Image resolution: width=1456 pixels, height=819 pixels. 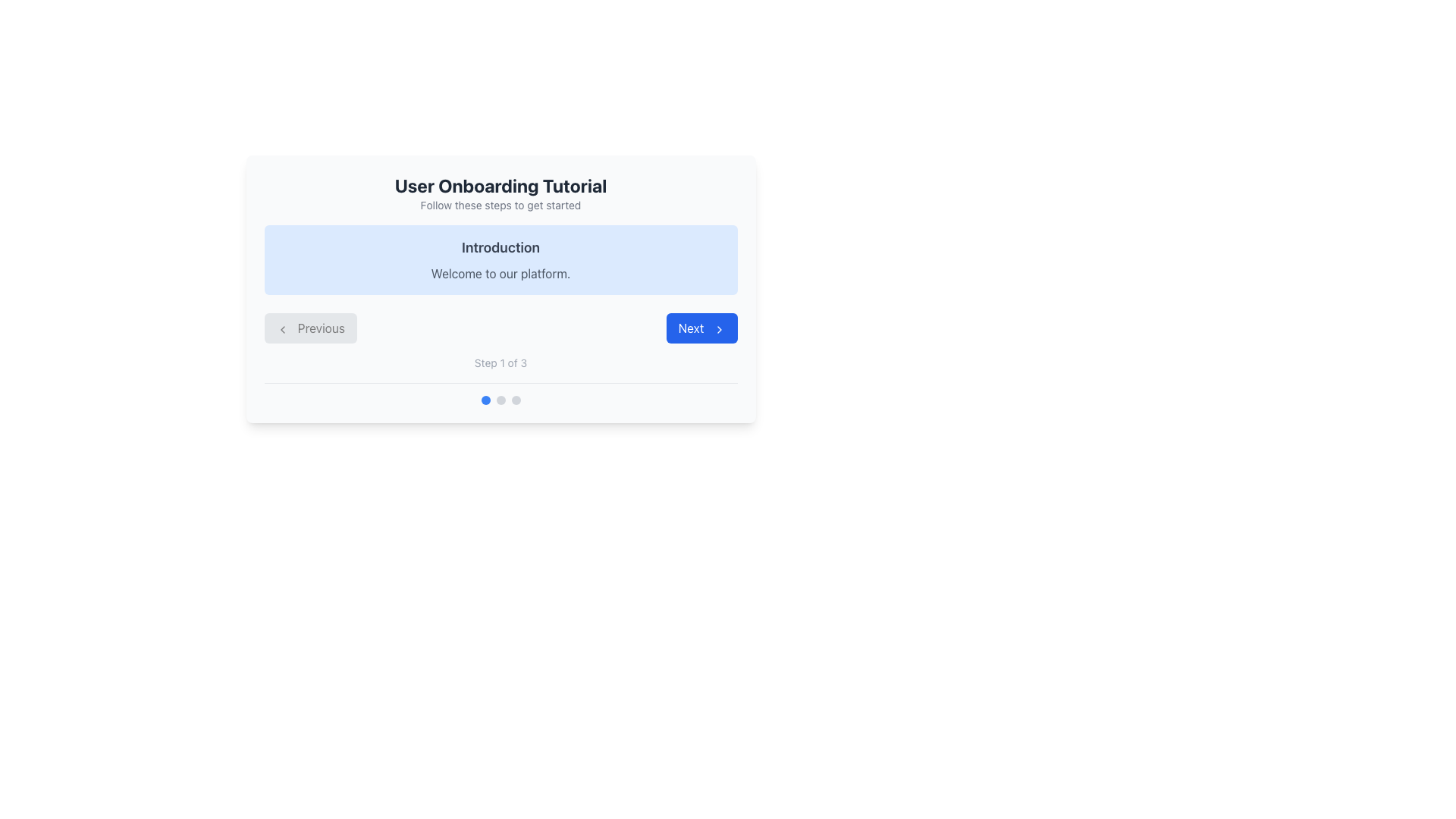 I want to click on the leftward-facing chevron icon inside the 'Previous' button, which has a light gray background and is located at the bottom-left section of the onboarding dialog, to provide visual feedback, so click(x=282, y=328).